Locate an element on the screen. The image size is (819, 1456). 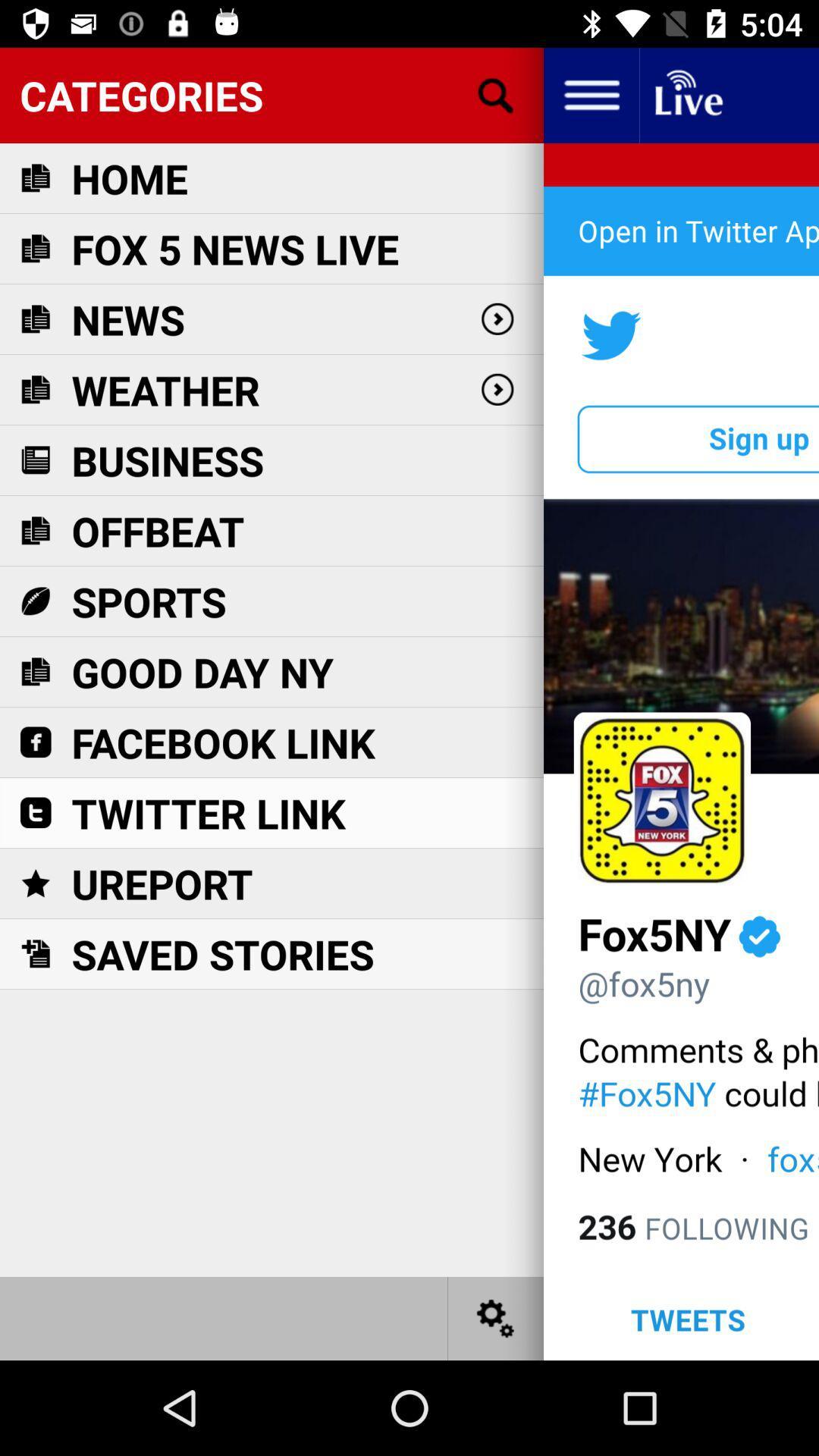
the item next to the categories item is located at coordinates (590, 94).